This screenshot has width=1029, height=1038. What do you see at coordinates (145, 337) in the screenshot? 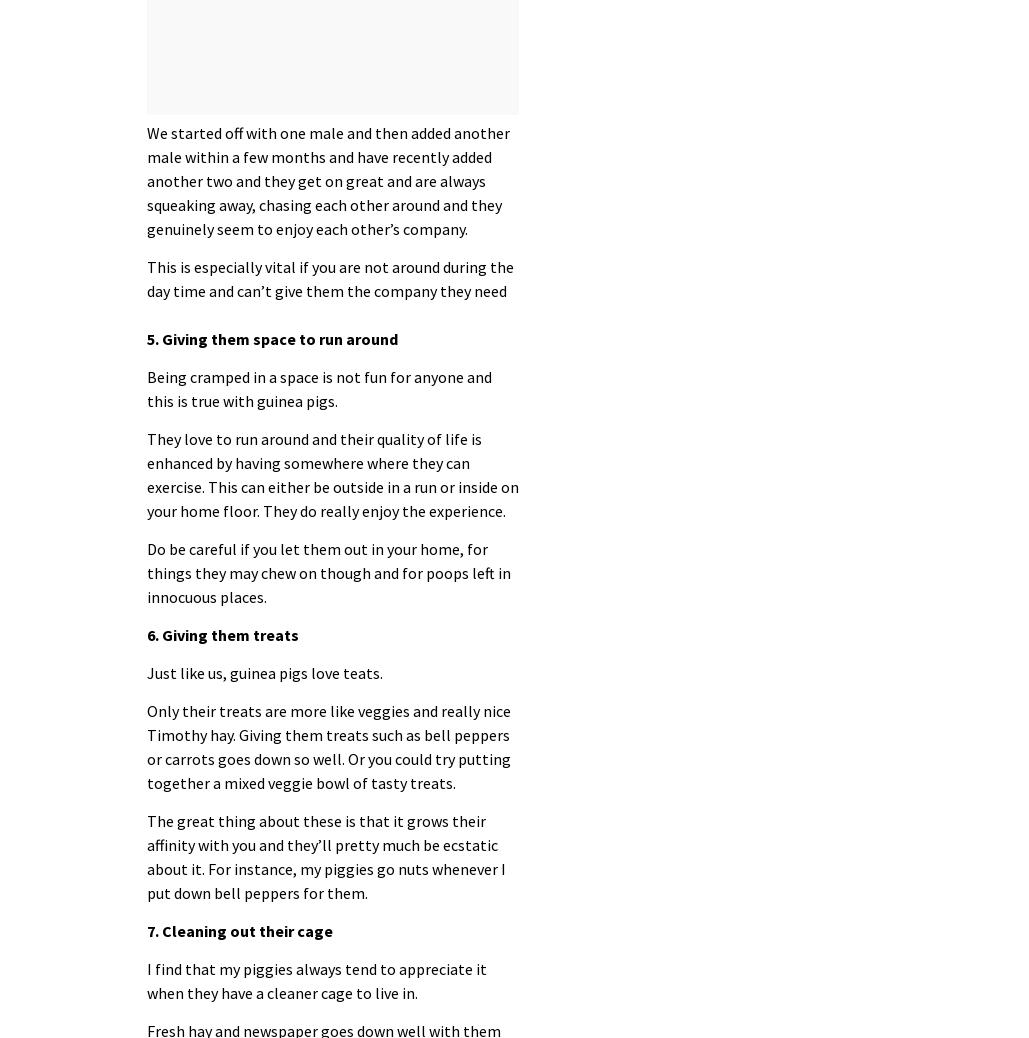
I see `'5. Giving them space to run around'` at bounding box center [145, 337].